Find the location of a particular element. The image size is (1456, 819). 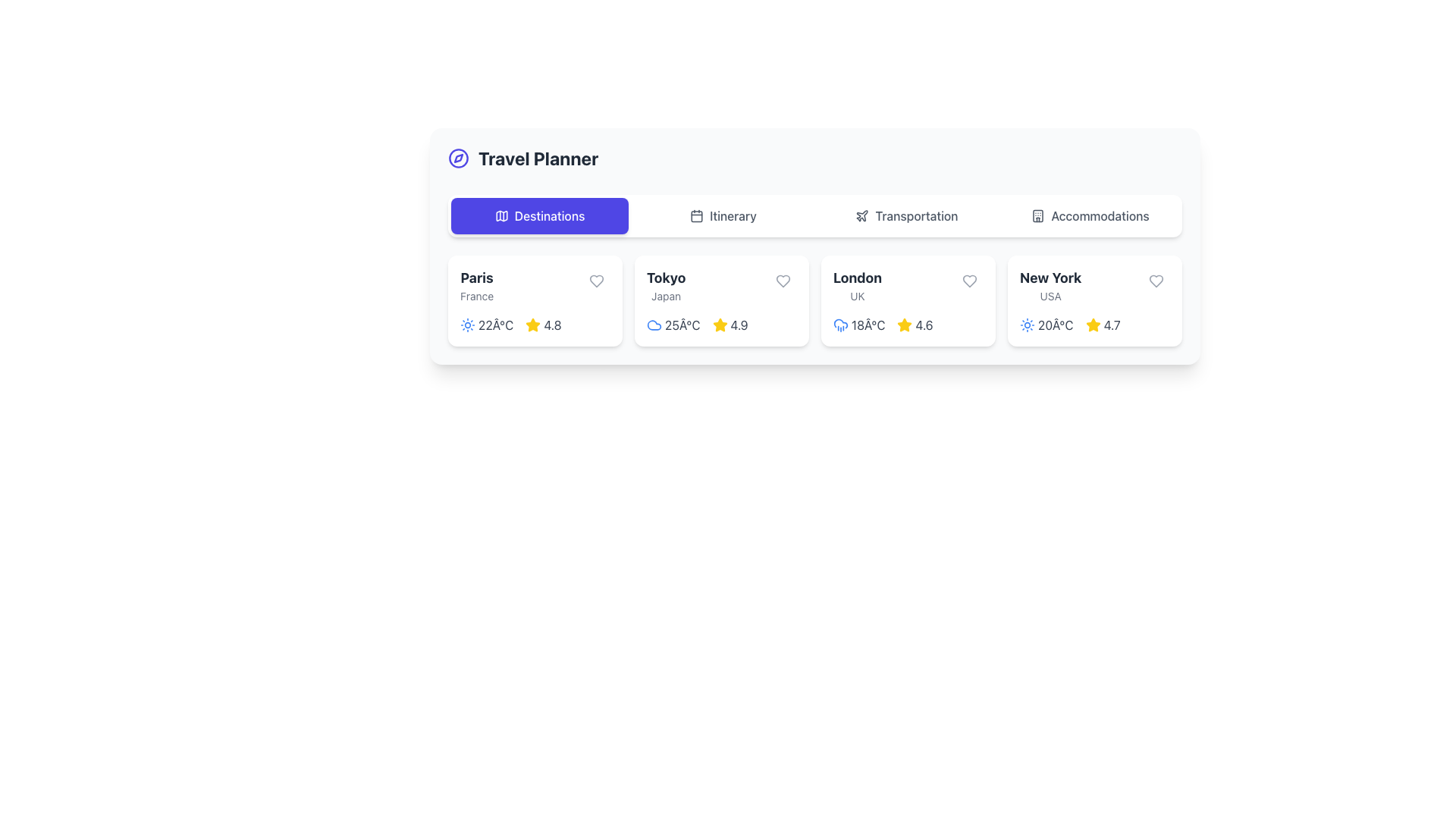

text from the Text Label that identifies the location (city and country) situated within the fourth card, to the right of the card labeled 'London' is located at coordinates (1050, 286).